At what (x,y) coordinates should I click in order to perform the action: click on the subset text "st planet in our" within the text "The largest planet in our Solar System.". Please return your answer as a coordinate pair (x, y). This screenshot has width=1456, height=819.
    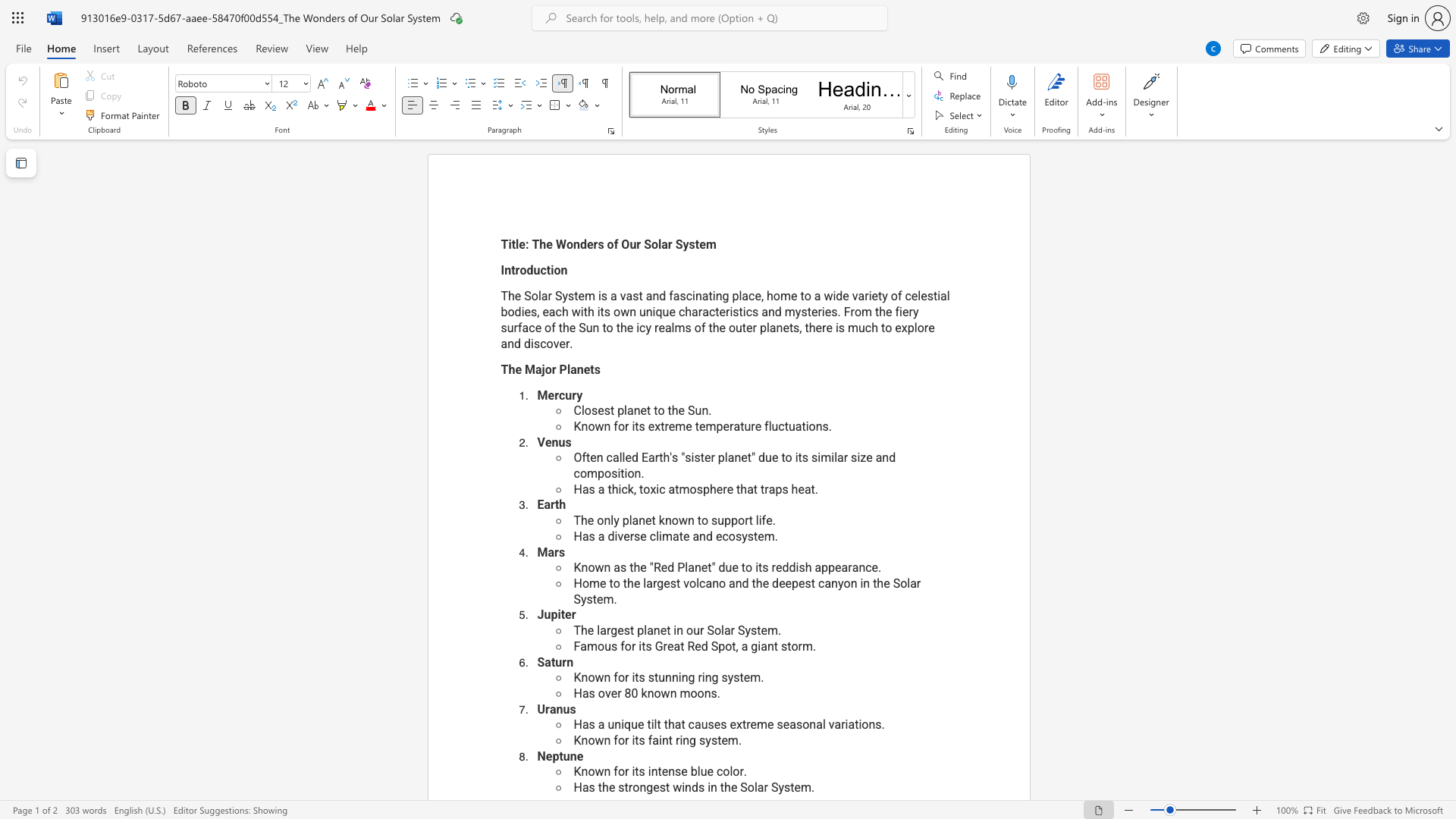
    Looking at the image, I should click on (623, 630).